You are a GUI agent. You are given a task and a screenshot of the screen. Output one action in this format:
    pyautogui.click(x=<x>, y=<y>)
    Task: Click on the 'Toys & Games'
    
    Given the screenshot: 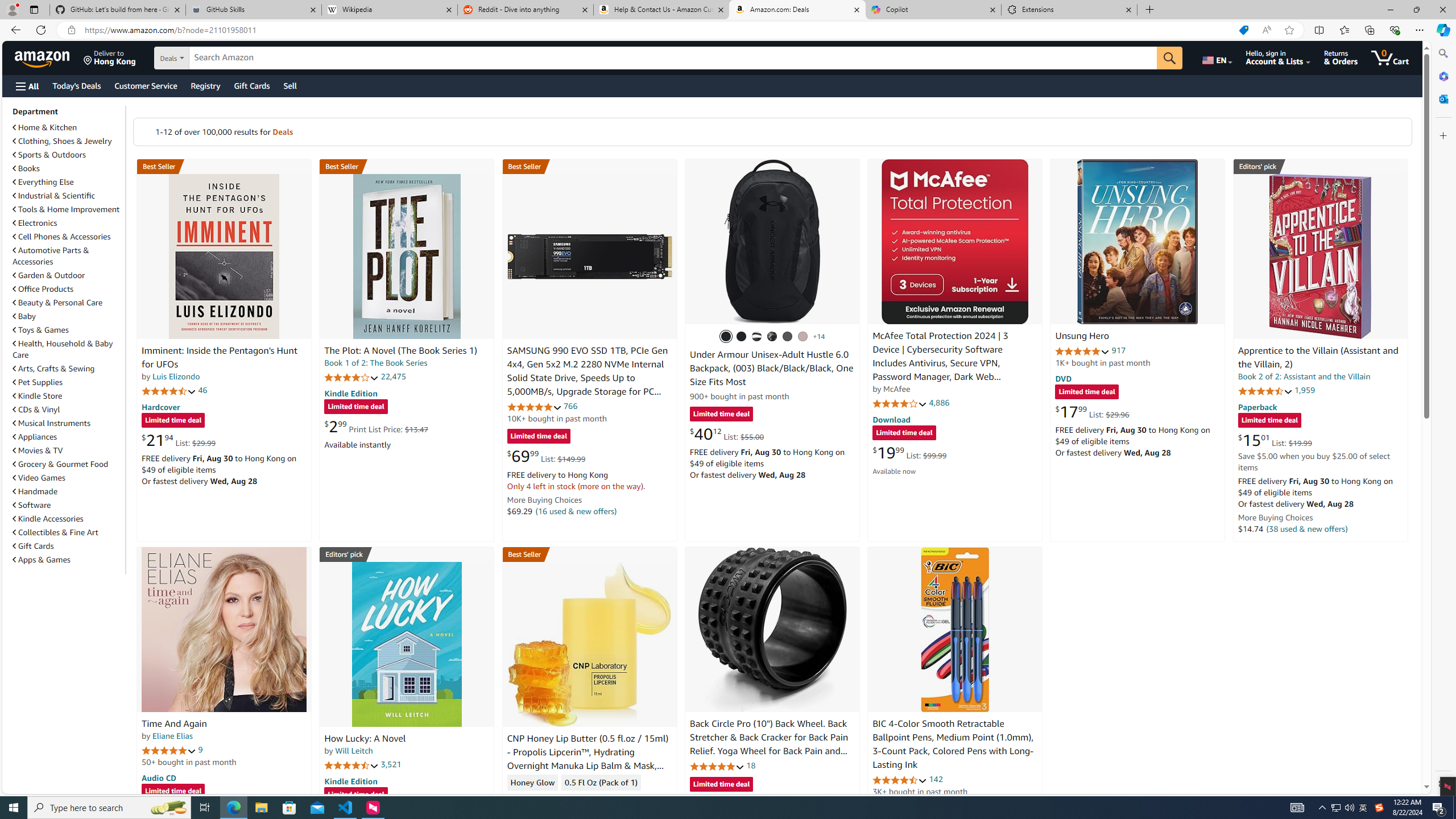 What is the action you would take?
    pyautogui.click(x=67, y=329)
    